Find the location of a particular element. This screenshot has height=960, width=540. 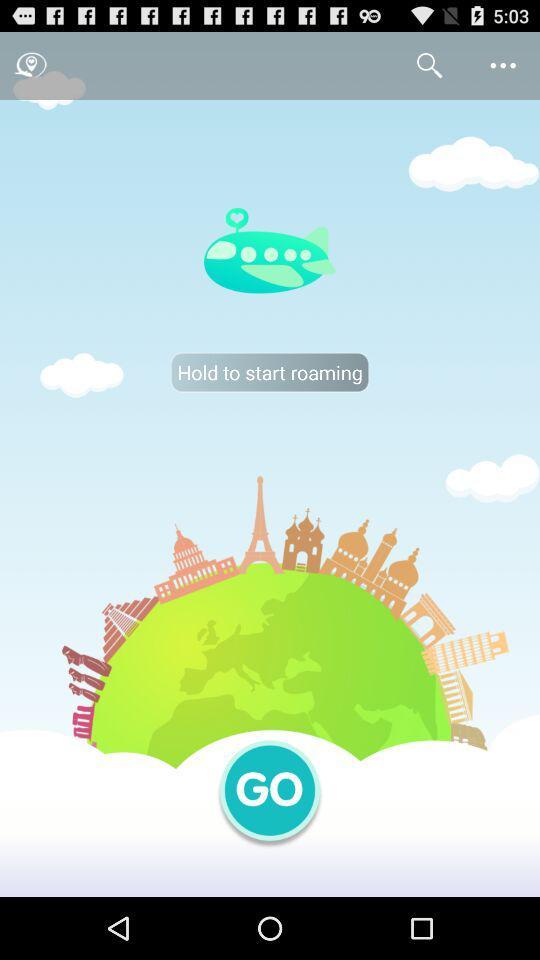

the location icon is located at coordinates (30, 70).